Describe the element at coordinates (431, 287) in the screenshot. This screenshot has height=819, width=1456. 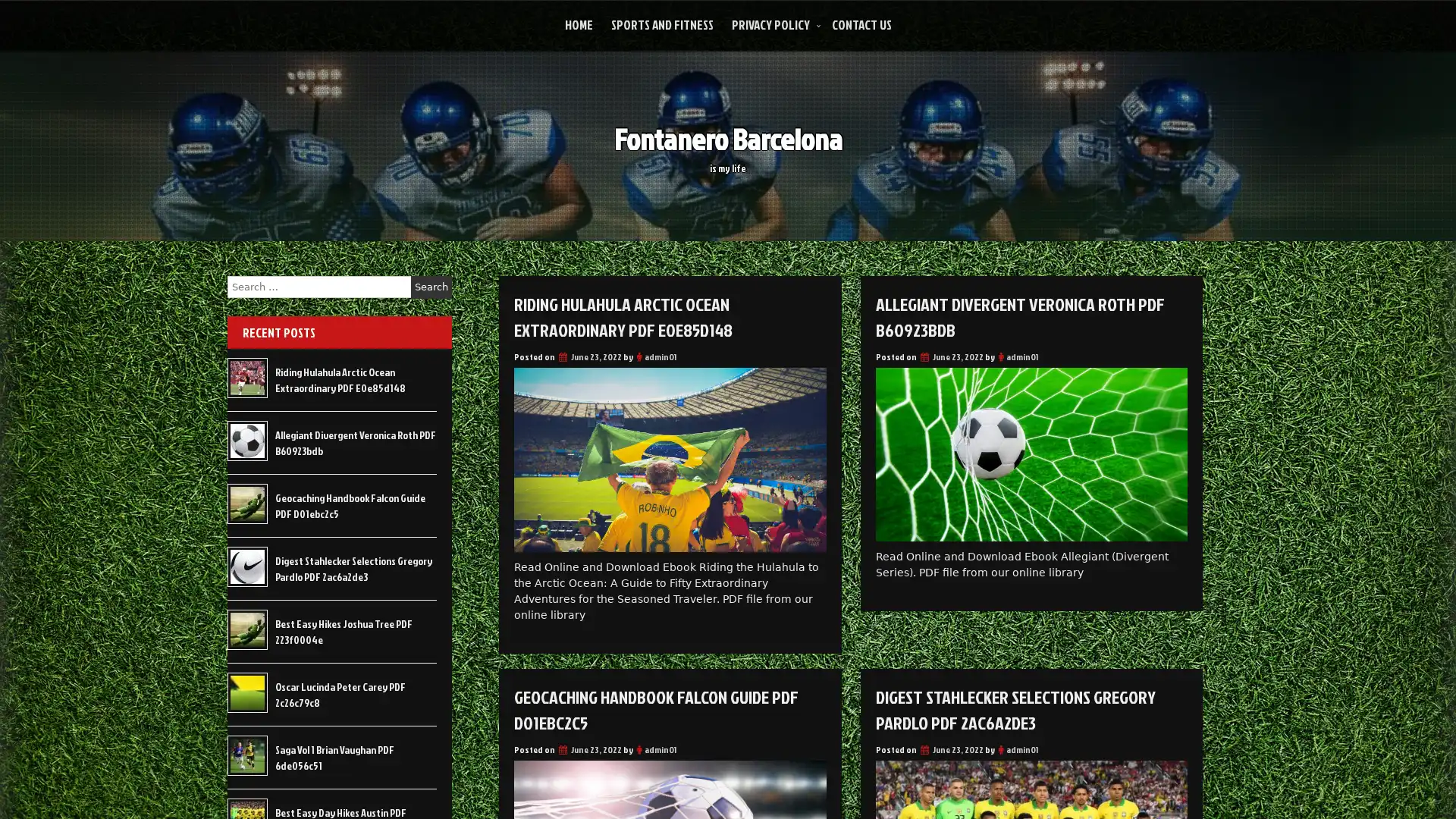
I see `Search` at that location.